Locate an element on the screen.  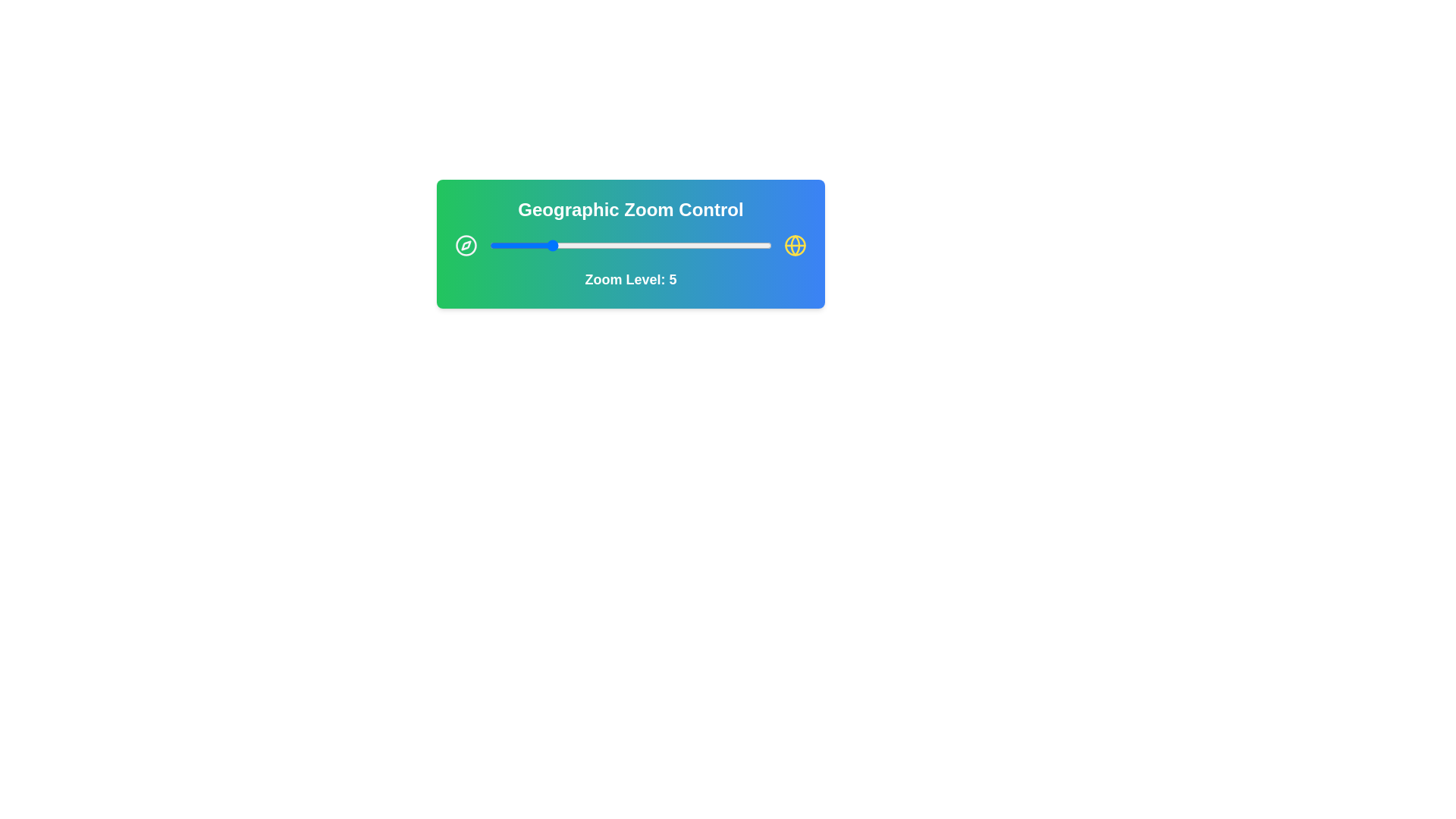
the zoom level to 9 by interacting with the slider is located at coordinates (608, 245).